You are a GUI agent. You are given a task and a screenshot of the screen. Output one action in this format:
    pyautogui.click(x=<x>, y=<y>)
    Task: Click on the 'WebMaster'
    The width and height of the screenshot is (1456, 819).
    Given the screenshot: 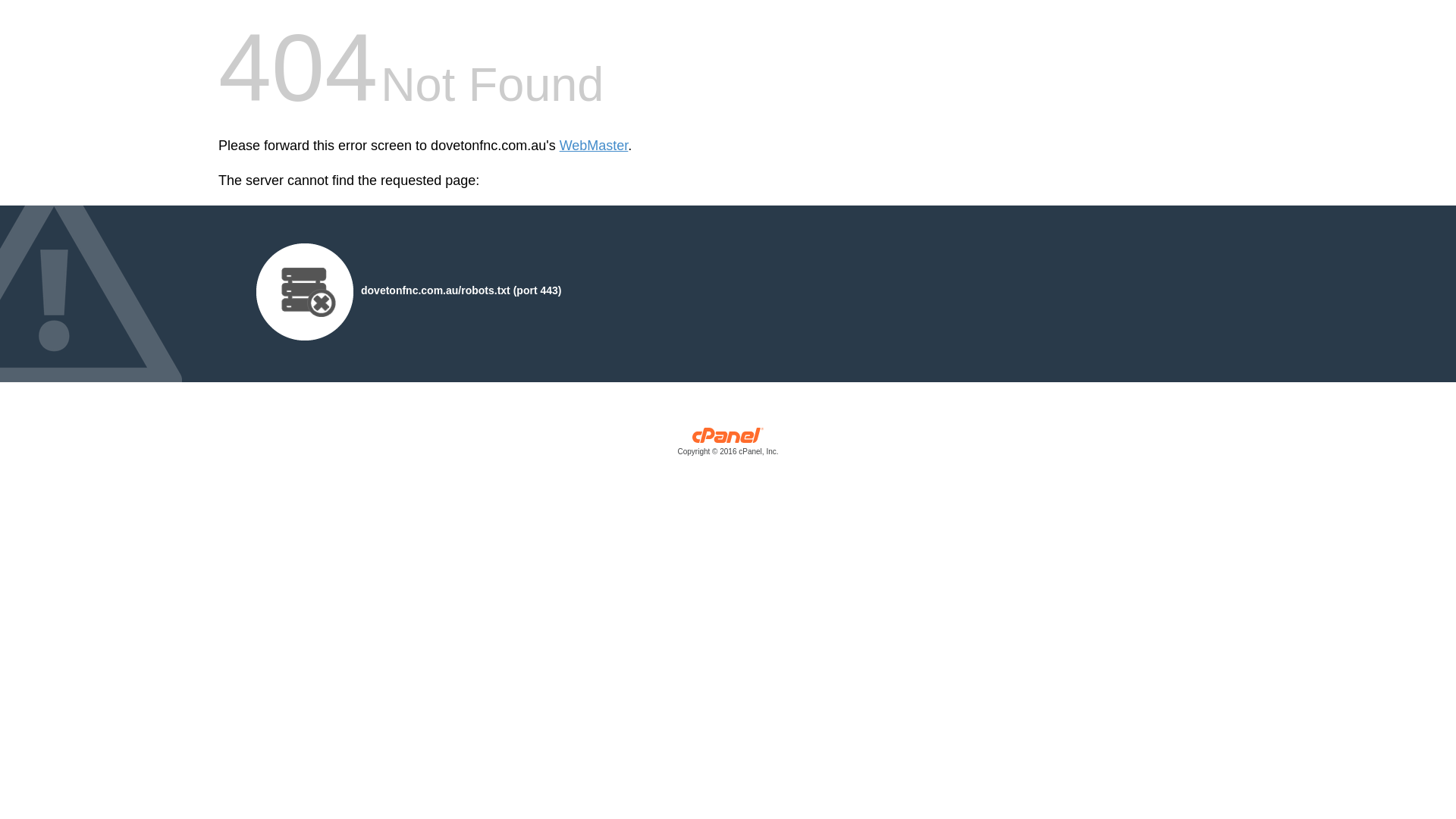 What is the action you would take?
    pyautogui.click(x=593, y=146)
    